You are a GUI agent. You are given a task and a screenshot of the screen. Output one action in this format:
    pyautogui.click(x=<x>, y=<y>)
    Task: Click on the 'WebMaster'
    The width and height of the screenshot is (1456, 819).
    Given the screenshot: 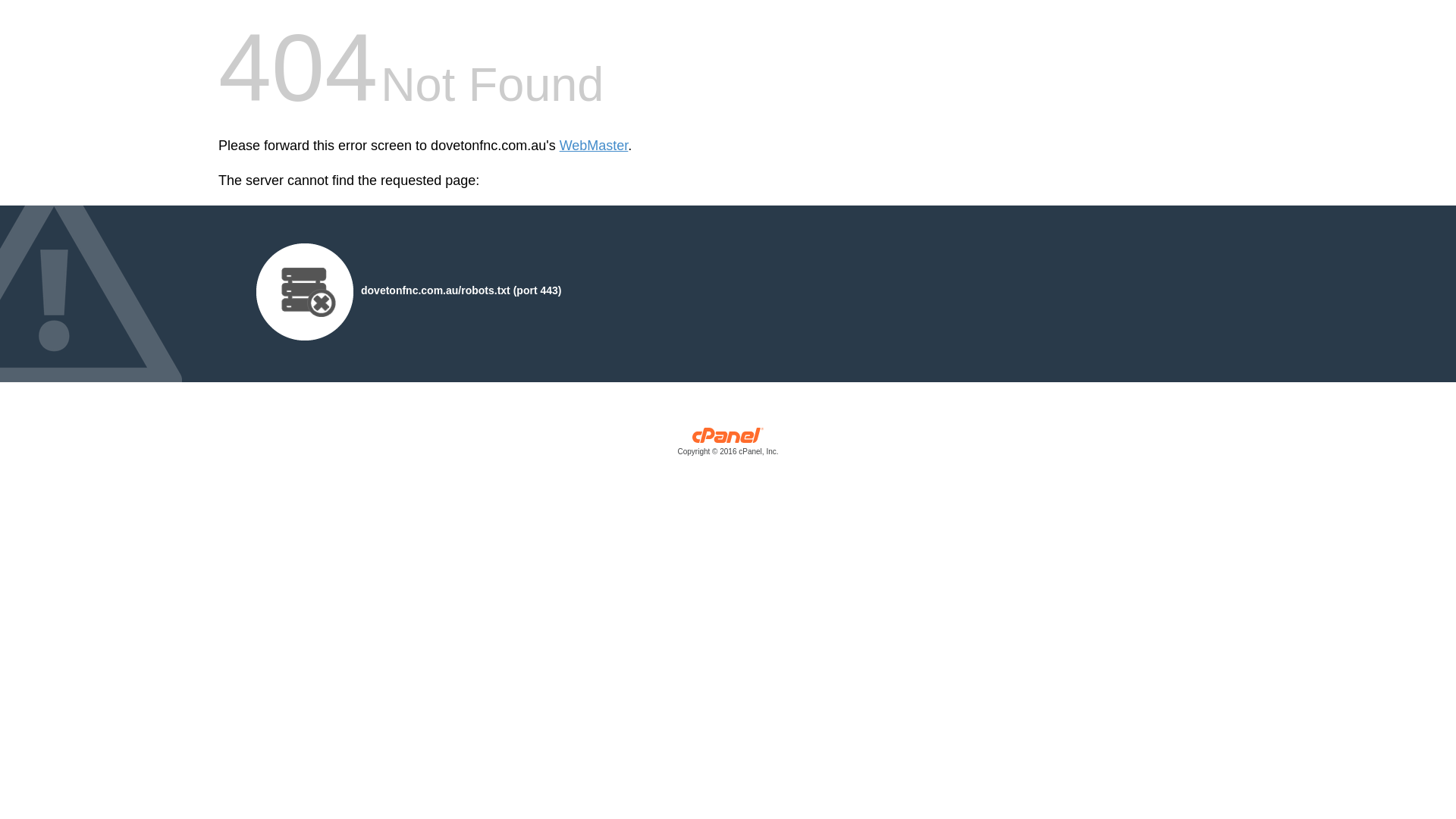 What is the action you would take?
    pyautogui.click(x=593, y=146)
    